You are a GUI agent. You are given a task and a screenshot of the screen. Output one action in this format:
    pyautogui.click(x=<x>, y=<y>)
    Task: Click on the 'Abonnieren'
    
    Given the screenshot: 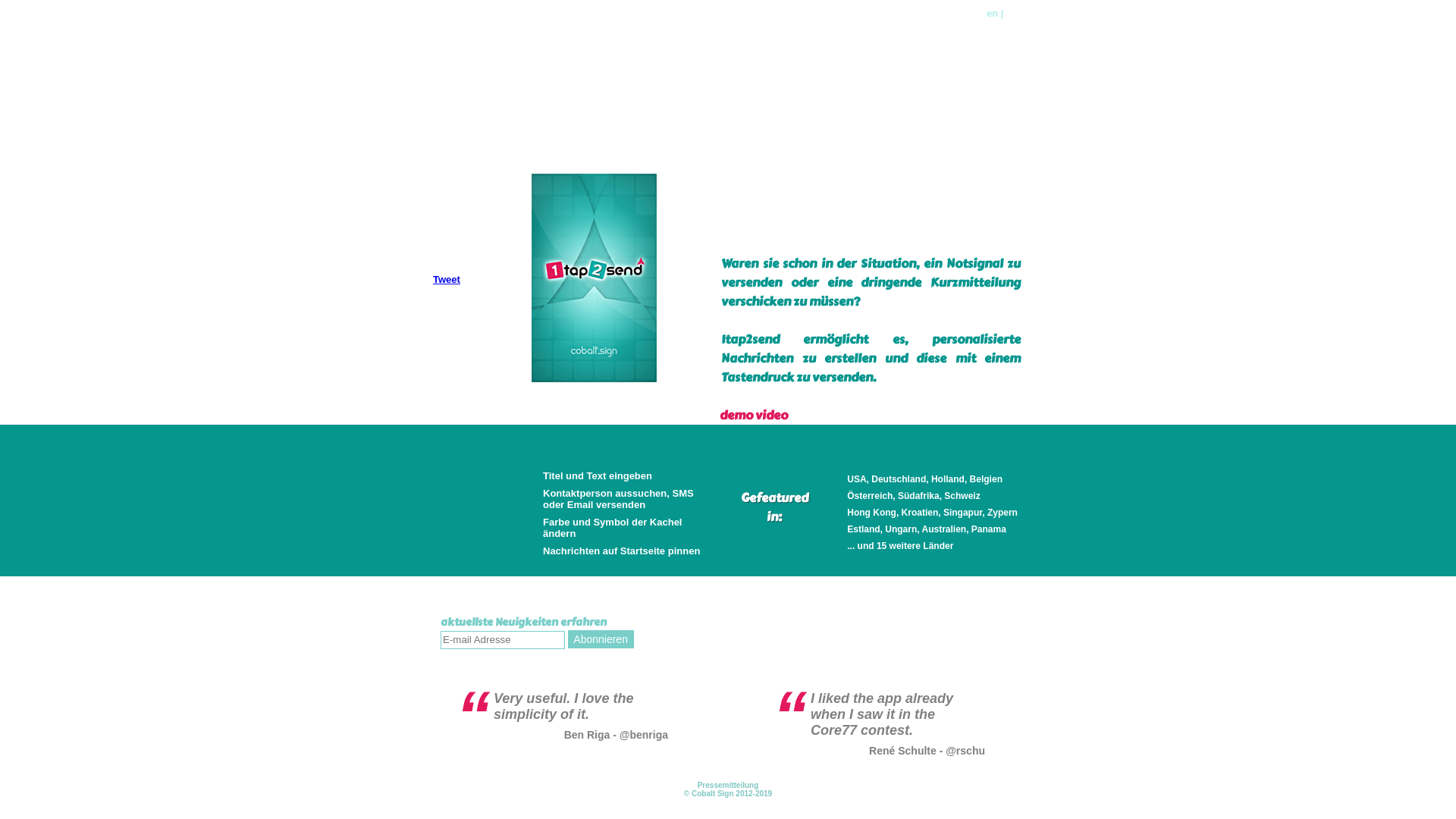 What is the action you would take?
    pyautogui.click(x=600, y=639)
    